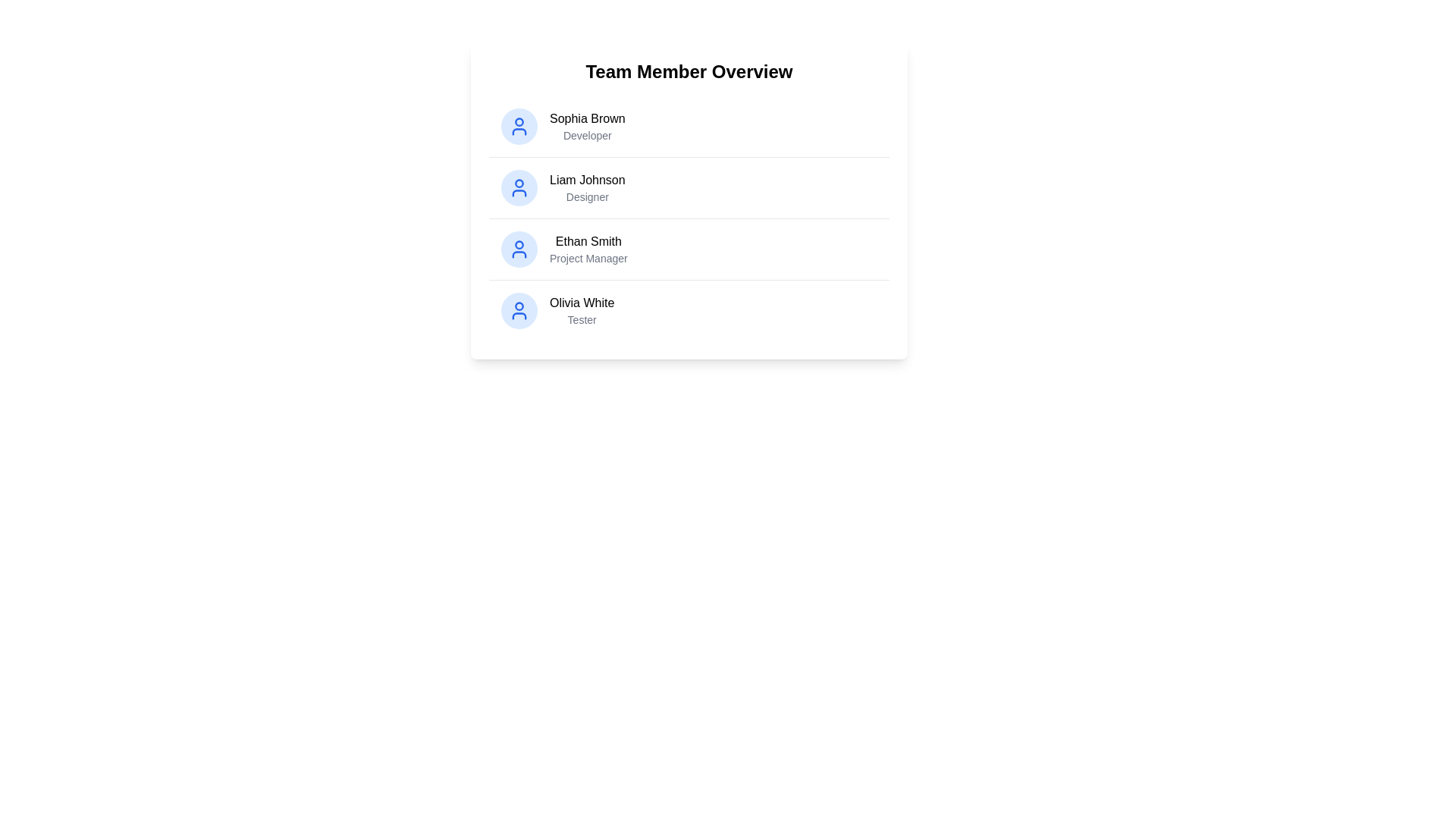 The height and width of the screenshot is (819, 1456). I want to click on the circular graphical shape within the user icon located at the top of the vertical list, so click(519, 121).